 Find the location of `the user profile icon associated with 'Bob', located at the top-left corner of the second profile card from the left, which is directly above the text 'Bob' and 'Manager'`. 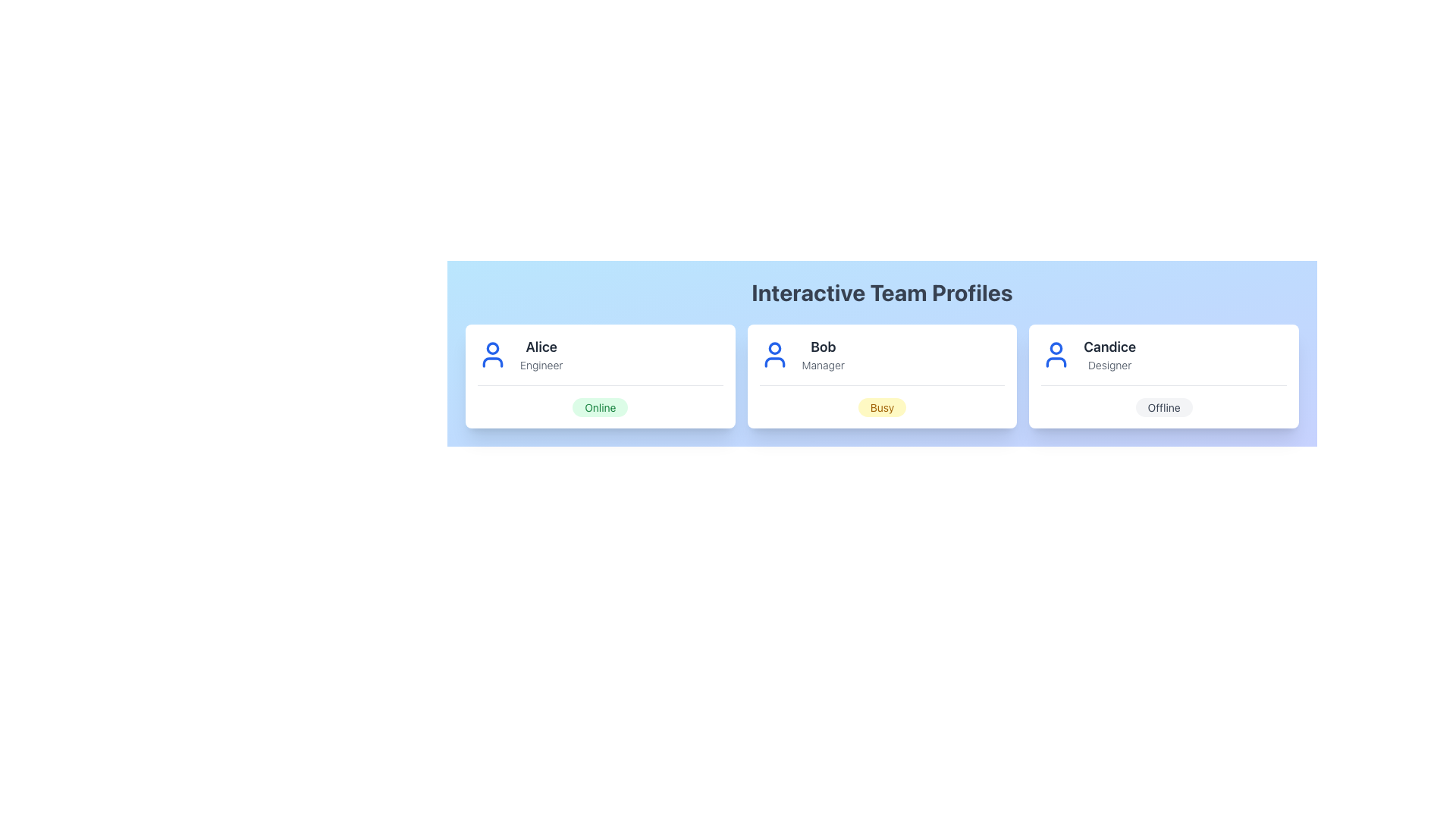

the user profile icon associated with 'Bob', located at the top-left corner of the second profile card from the left, which is directly above the text 'Bob' and 'Manager' is located at coordinates (774, 354).